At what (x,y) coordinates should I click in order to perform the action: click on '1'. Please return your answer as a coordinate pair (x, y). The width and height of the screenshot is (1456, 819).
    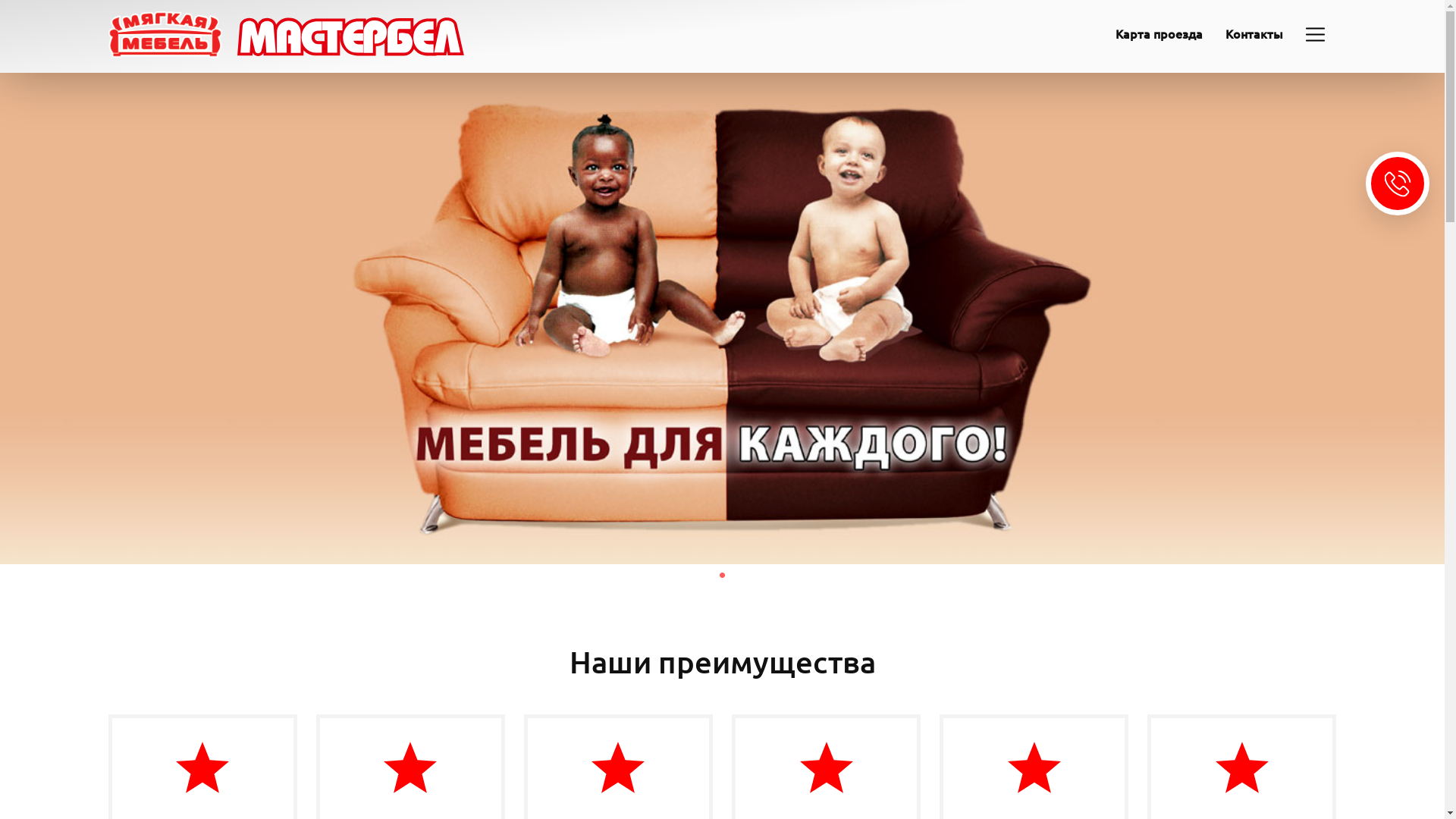
    Looking at the image, I should click on (720, 576).